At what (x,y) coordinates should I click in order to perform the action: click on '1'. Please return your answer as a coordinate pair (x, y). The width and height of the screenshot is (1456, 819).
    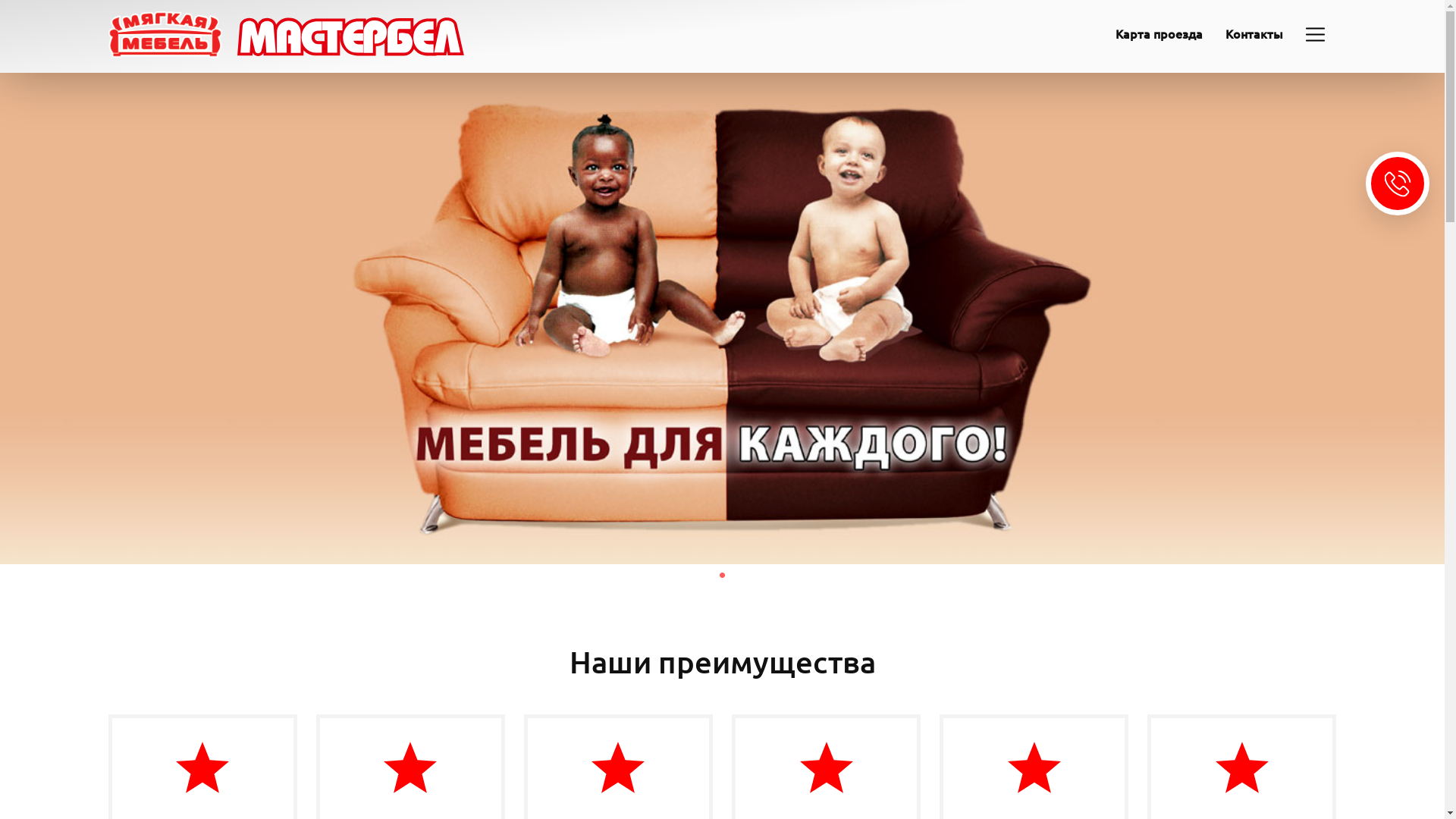
    Looking at the image, I should click on (720, 576).